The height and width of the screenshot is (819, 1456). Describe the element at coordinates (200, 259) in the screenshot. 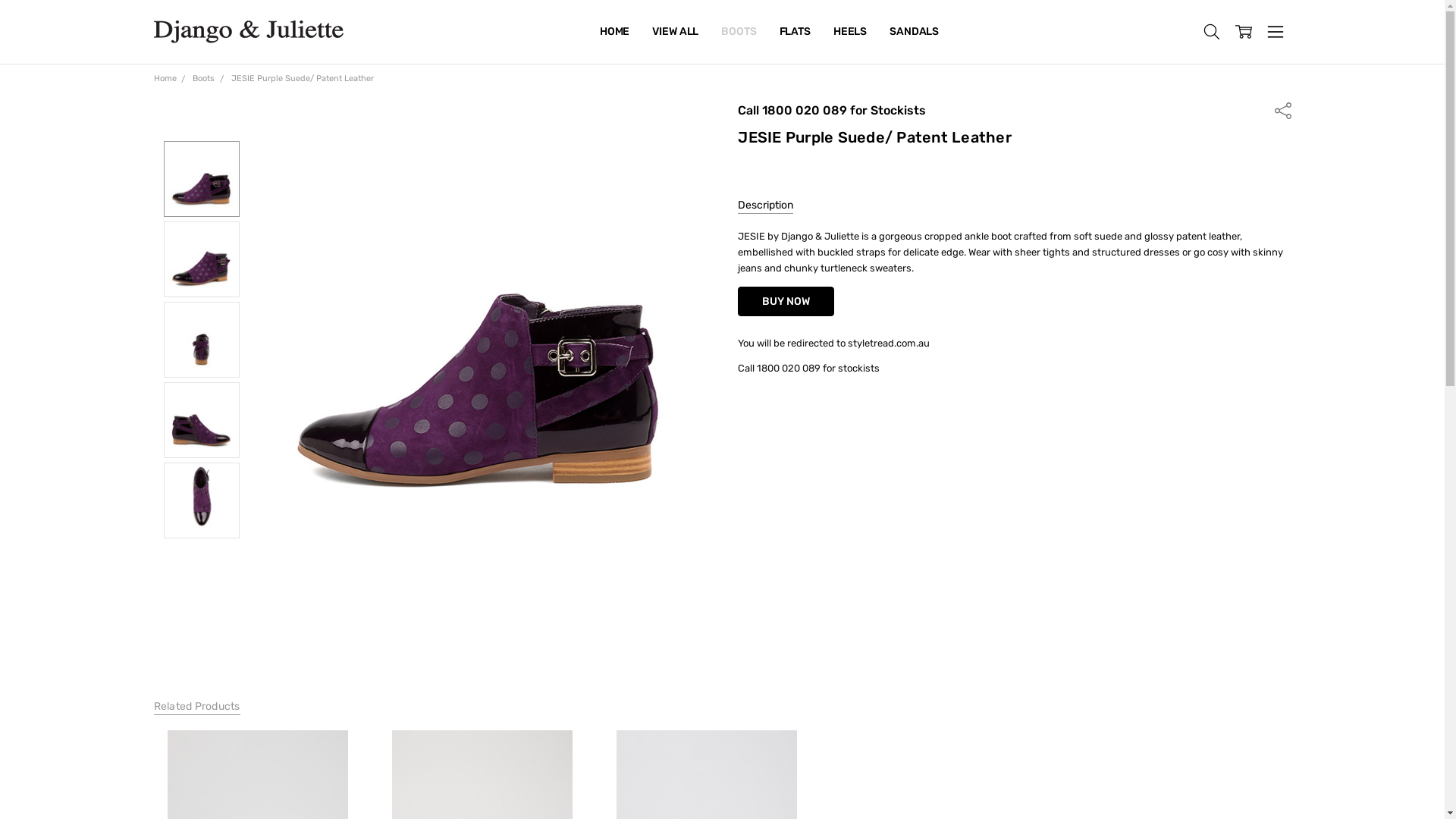

I see `'JESIE Purple Suede/ Patent Leather'` at that location.